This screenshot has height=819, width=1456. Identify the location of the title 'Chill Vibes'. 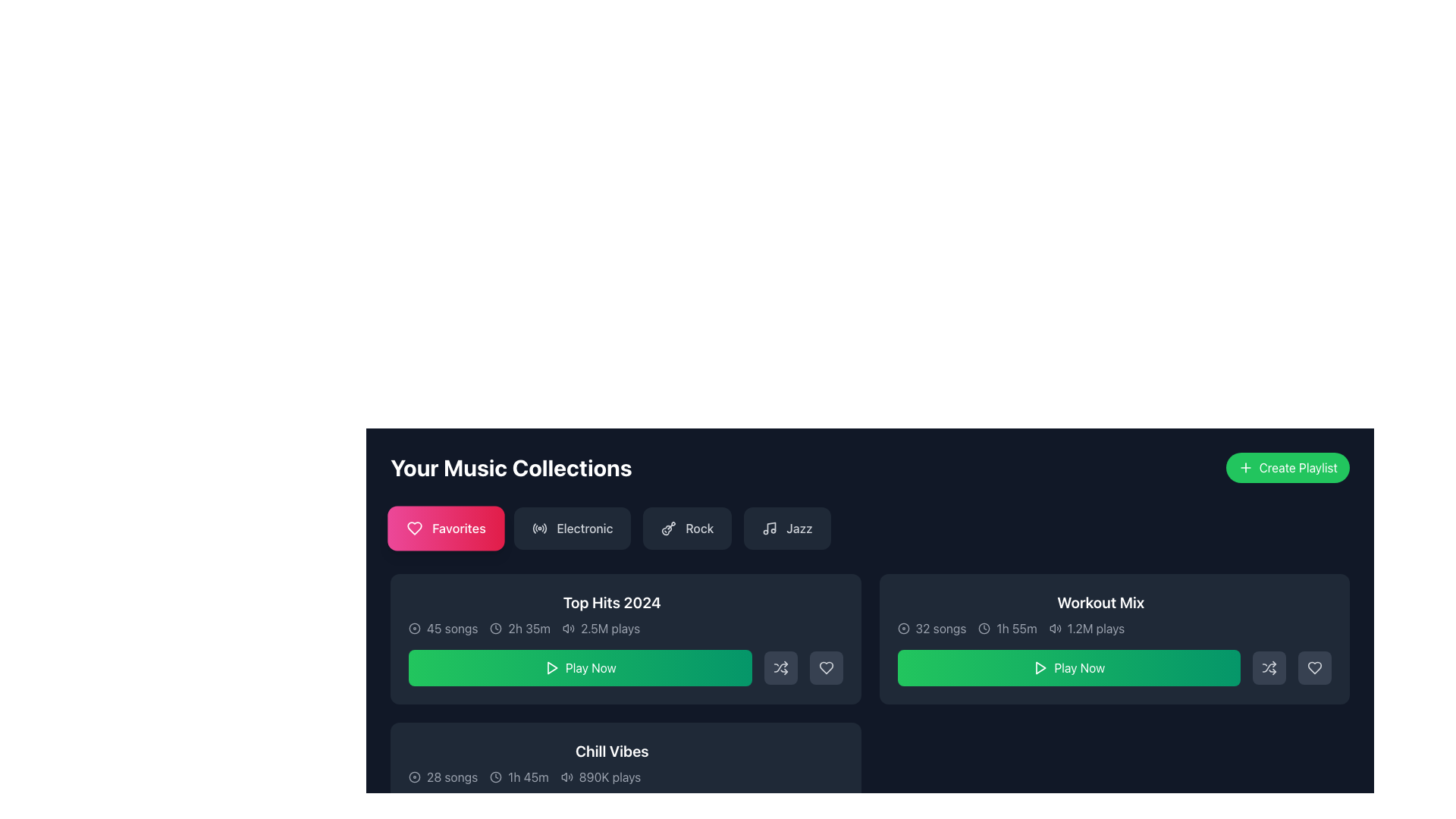
(612, 763).